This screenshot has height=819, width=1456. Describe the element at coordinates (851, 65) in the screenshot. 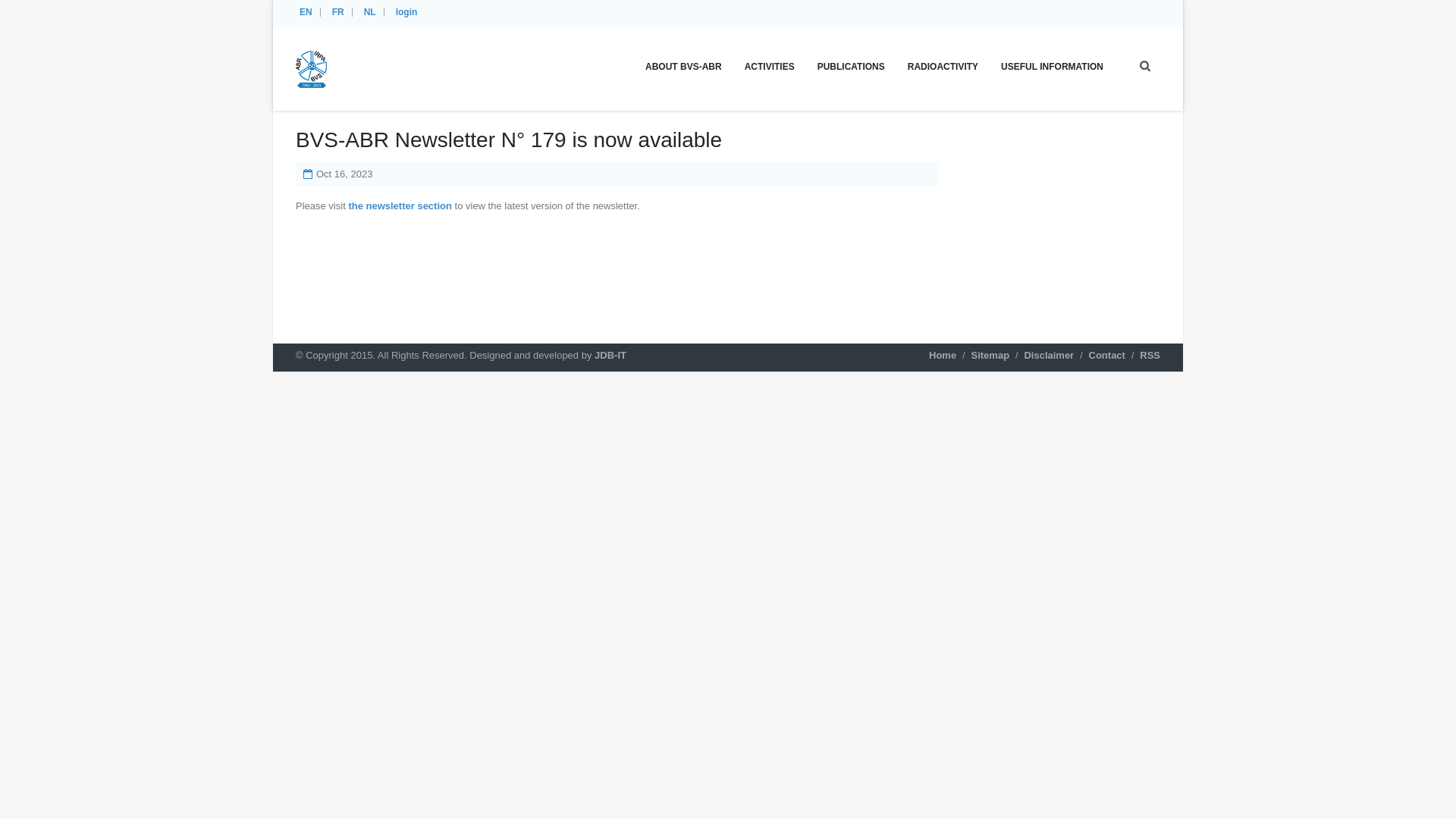

I see `'PUBLICATIONS'` at that location.